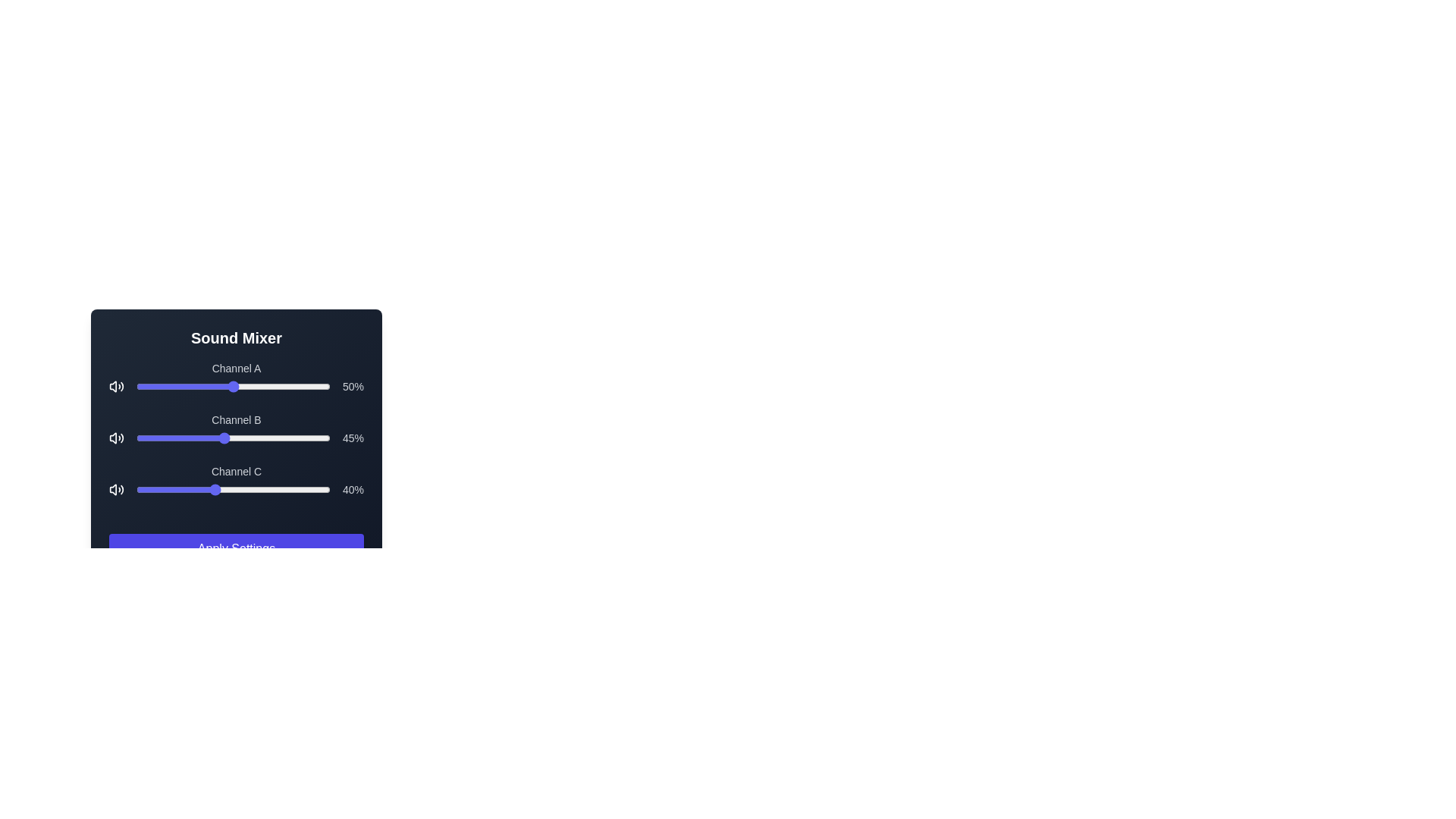  I want to click on the sound settings icon located to the left of the volume slider and the label '40%' for Channel C, so click(115, 489).